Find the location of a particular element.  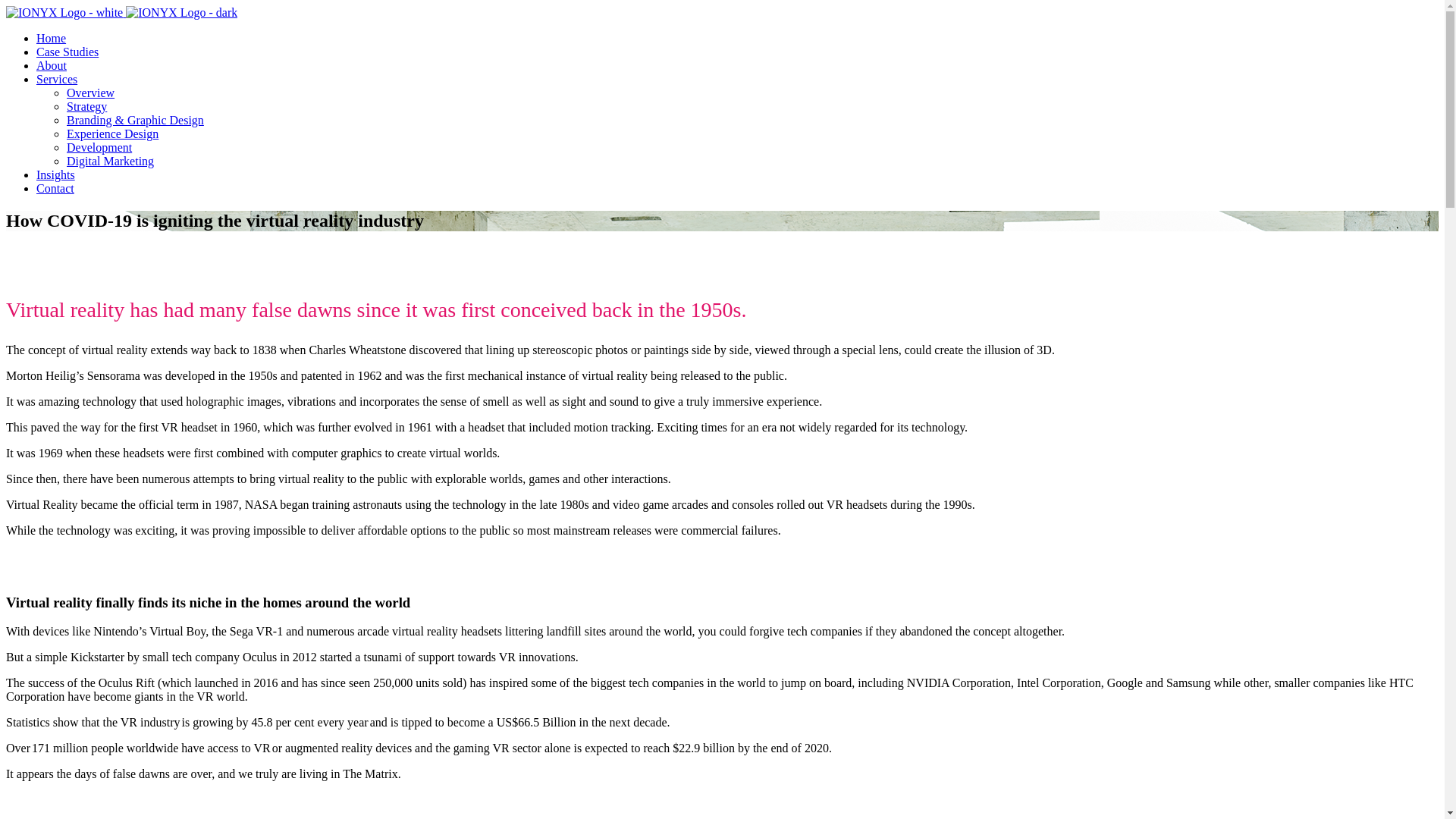

'Digital Marketing' is located at coordinates (109, 161).